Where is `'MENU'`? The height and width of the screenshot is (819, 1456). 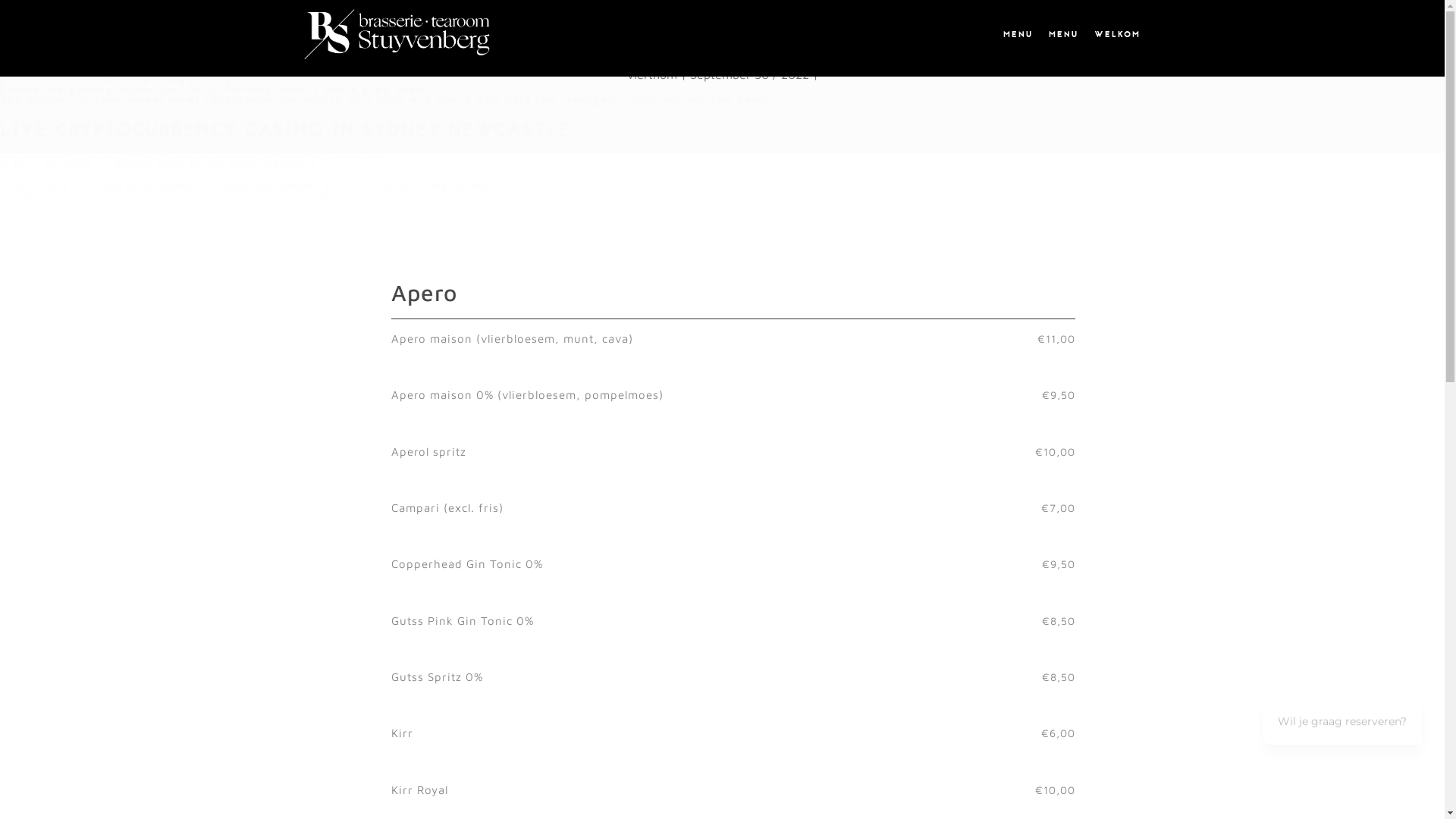
'MENU' is located at coordinates (1062, 34).